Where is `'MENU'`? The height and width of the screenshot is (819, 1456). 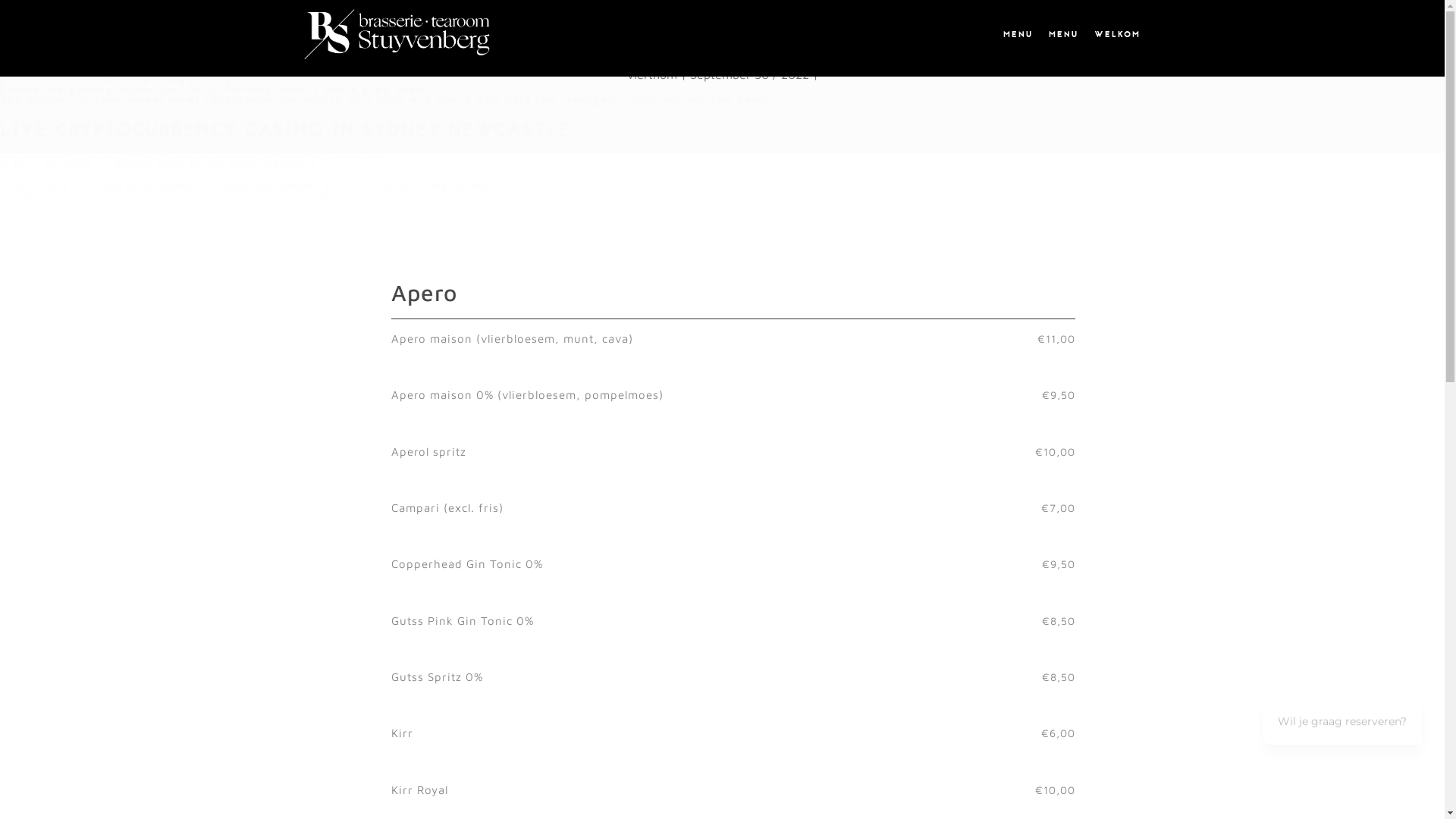
'MENU' is located at coordinates (1062, 34).